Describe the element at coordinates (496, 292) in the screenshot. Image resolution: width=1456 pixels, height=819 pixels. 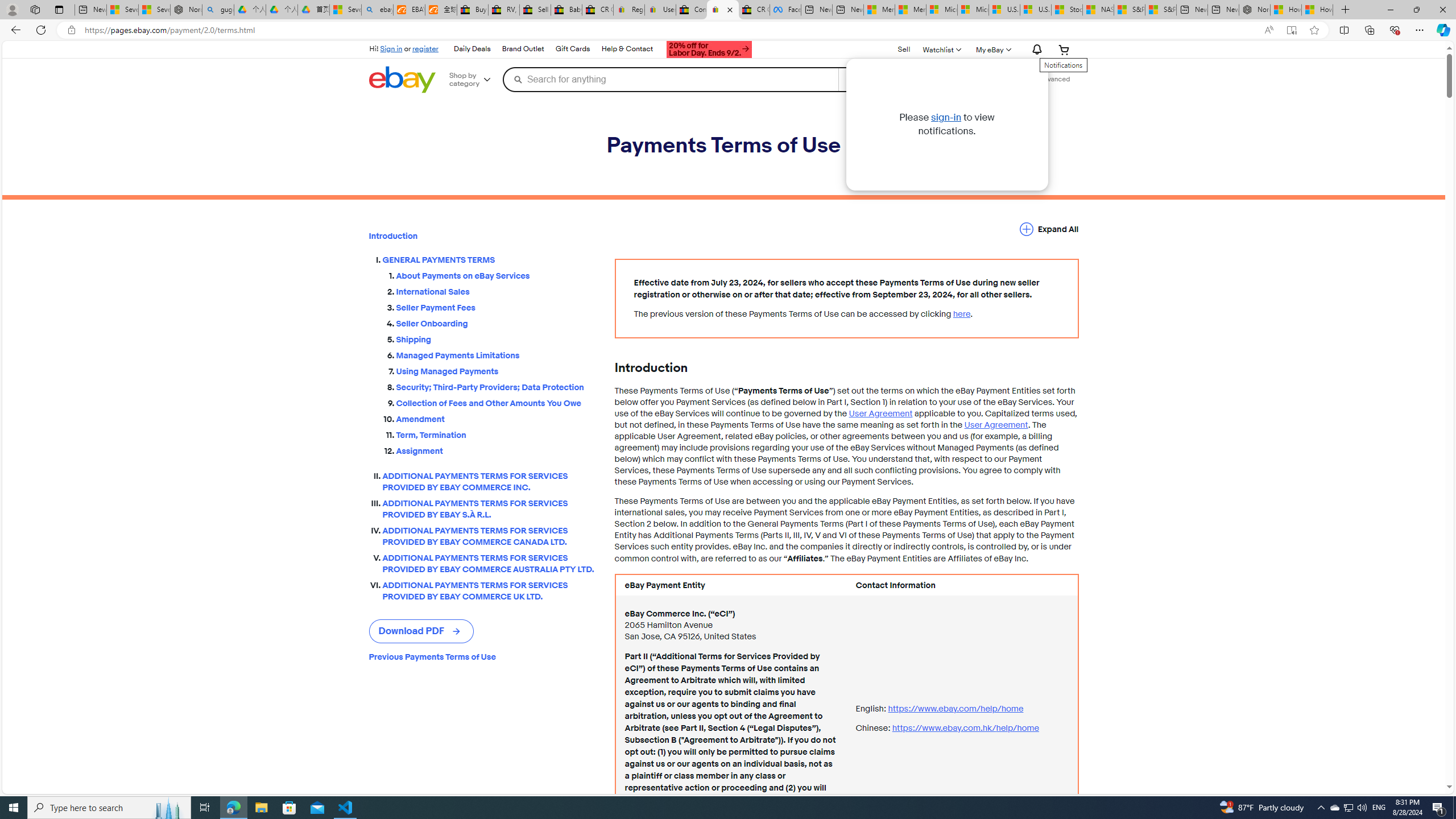
I see `'International Sales'` at that location.